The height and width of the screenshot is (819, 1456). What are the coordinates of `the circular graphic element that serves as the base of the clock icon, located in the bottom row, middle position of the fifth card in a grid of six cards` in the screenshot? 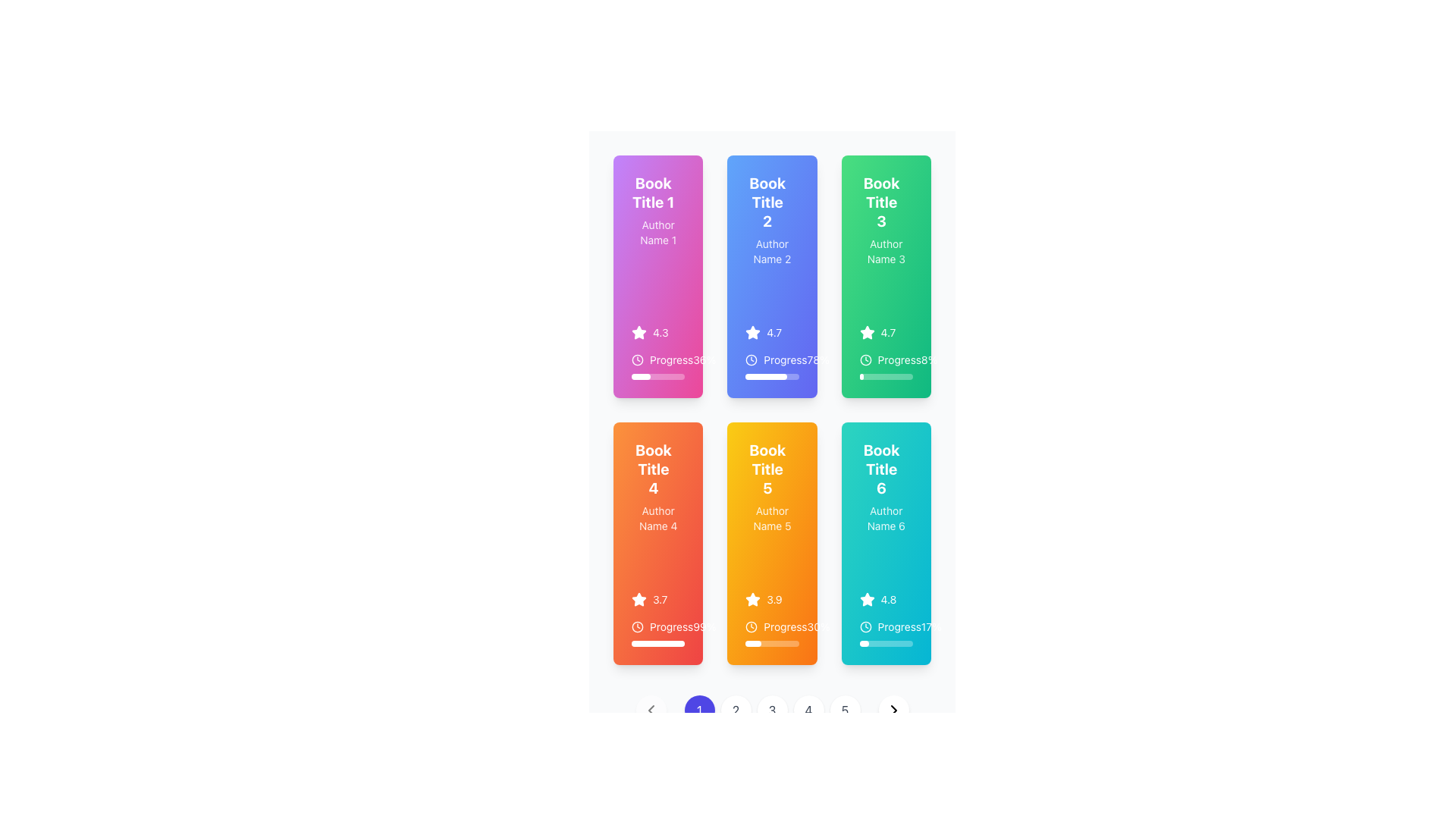 It's located at (752, 626).